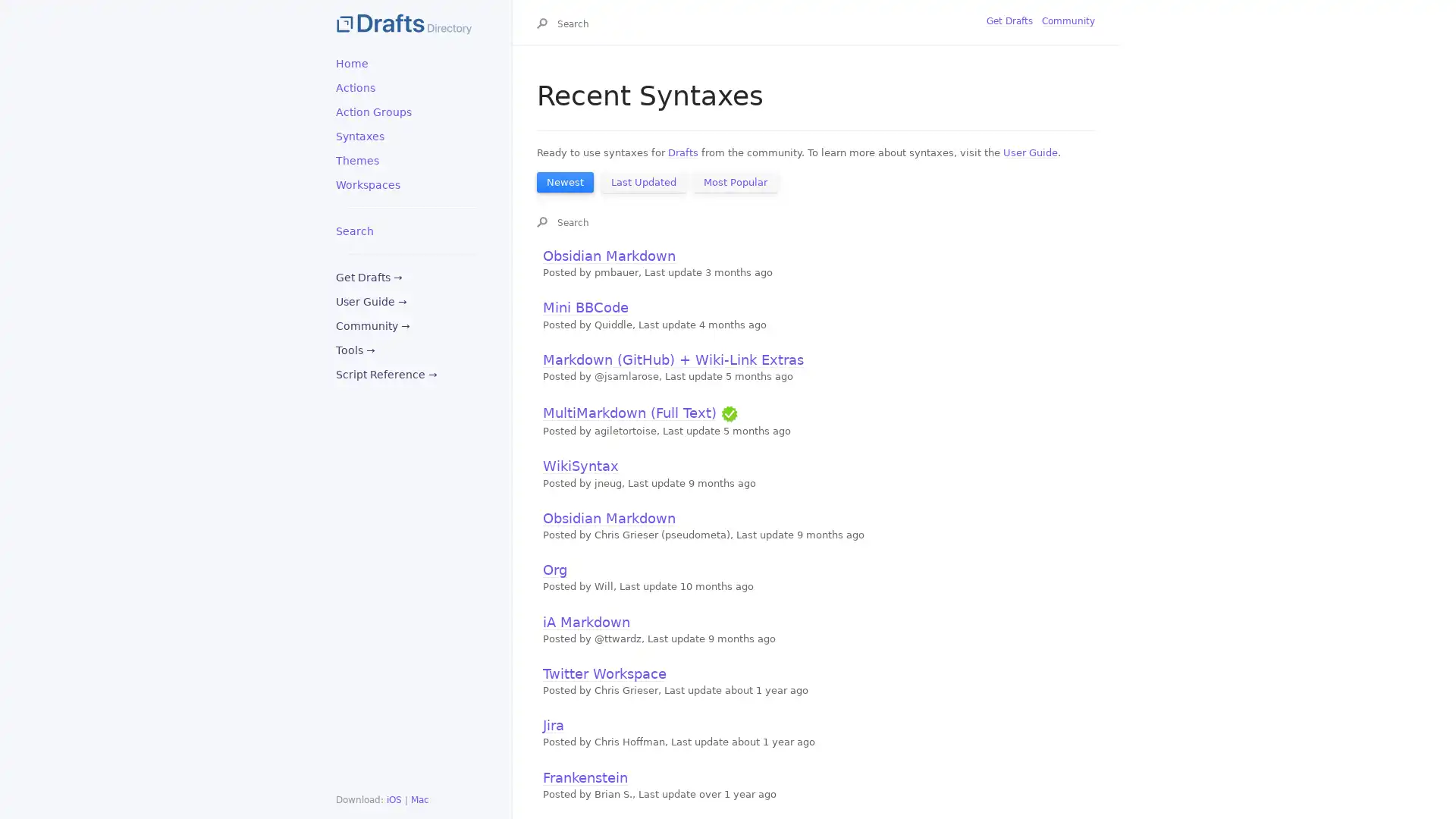 The image size is (1456, 819). What do you see at coordinates (545, 222) in the screenshot?
I see `Search` at bounding box center [545, 222].